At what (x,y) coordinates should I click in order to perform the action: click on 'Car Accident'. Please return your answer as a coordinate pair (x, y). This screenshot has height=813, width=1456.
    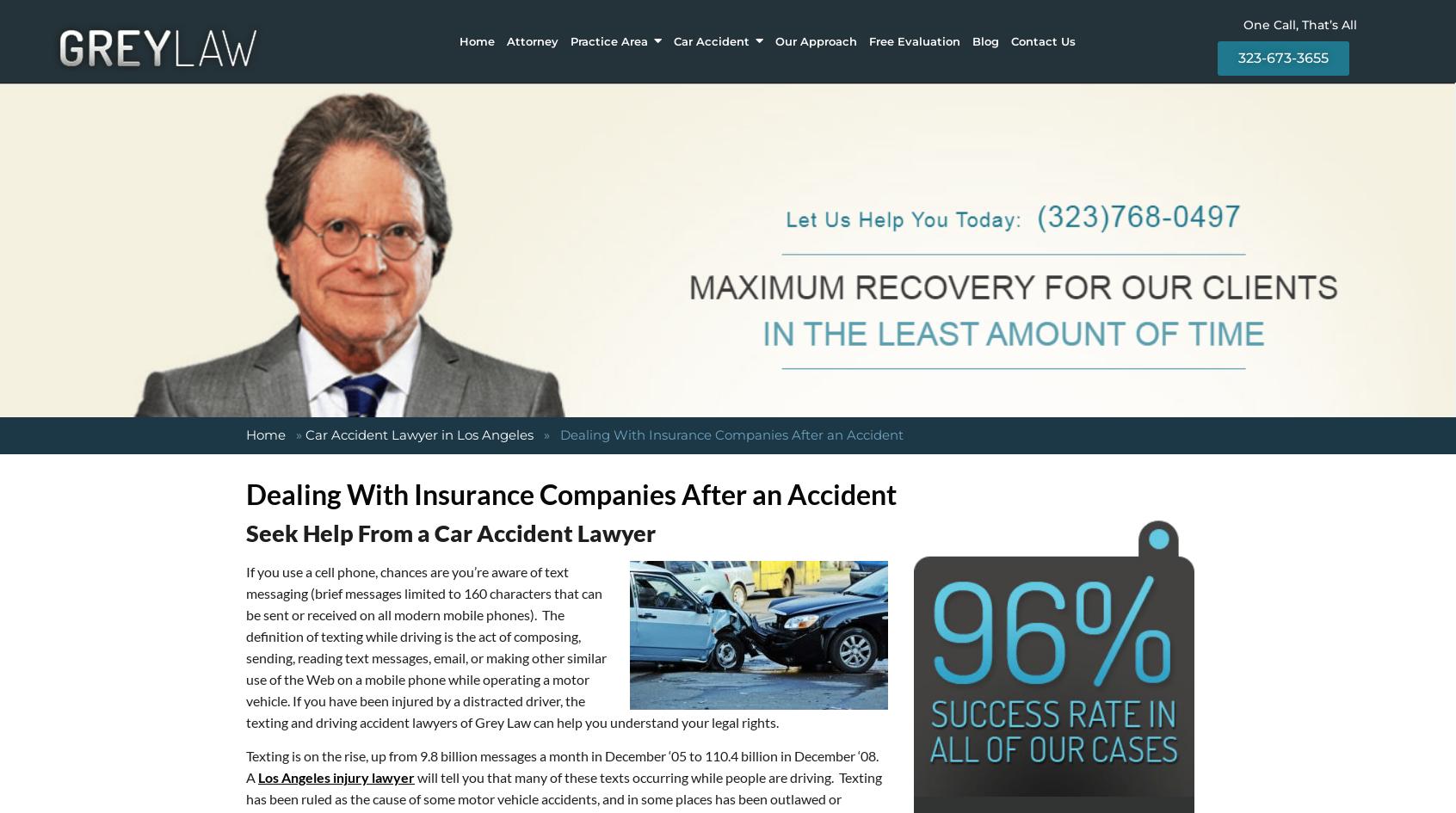
    Looking at the image, I should click on (711, 40).